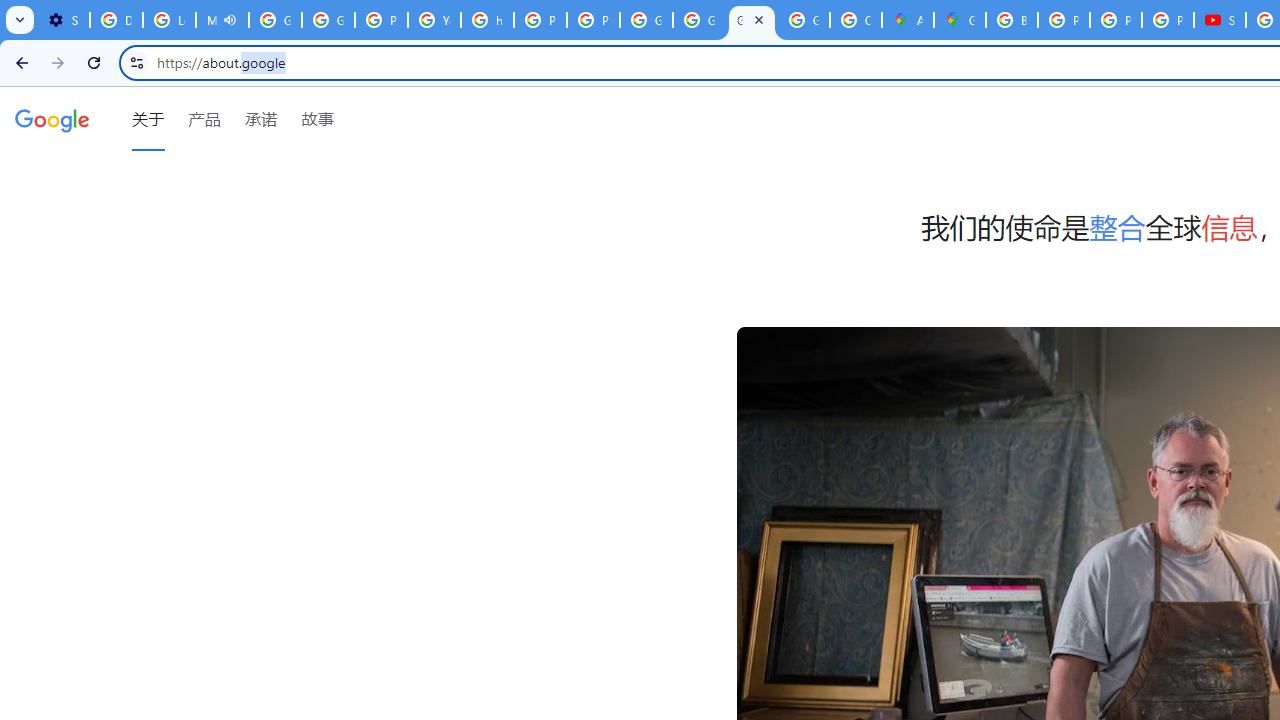 This screenshot has height=720, width=1280. What do you see at coordinates (63, 20) in the screenshot?
I see `'Settings - Customize profile'` at bounding box center [63, 20].